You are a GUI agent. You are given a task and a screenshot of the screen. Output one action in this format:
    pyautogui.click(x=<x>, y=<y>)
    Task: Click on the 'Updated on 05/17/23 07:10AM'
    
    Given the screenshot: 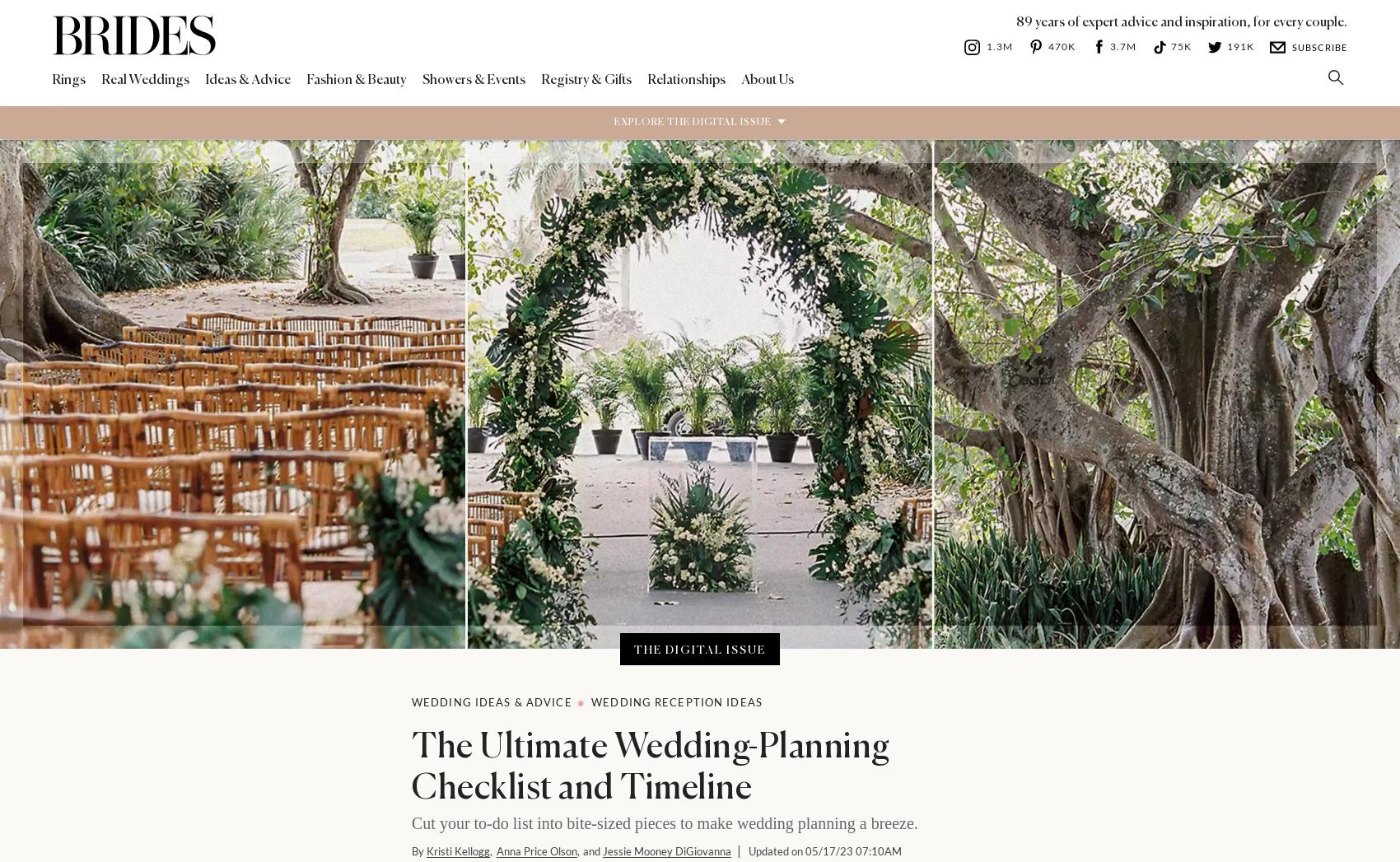 What is the action you would take?
    pyautogui.click(x=823, y=850)
    